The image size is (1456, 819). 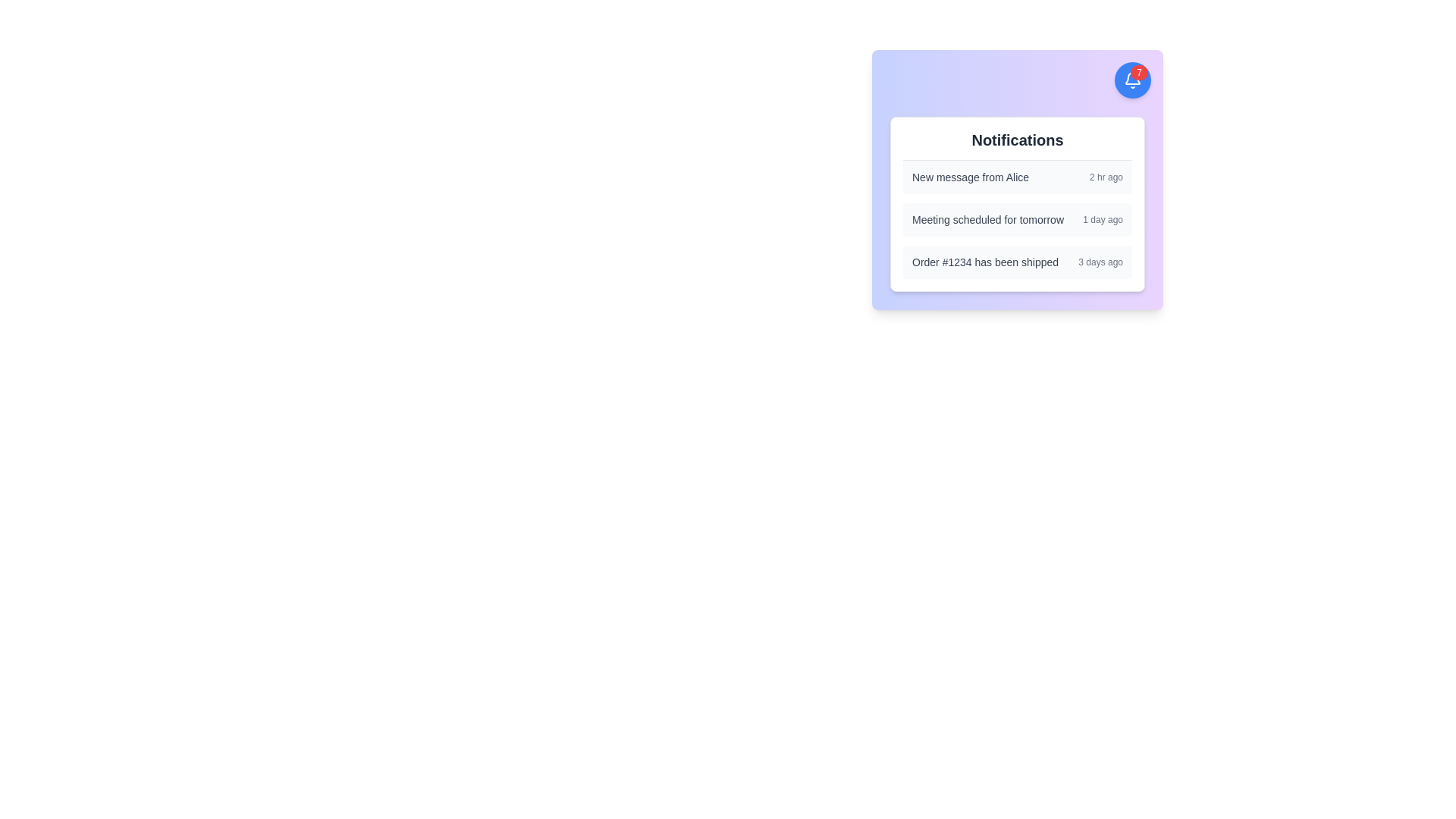 What do you see at coordinates (1139, 73) in the screenshot?
I see `the notification count displayed on the badge located at the top-right corner of the blue circular button with a white bell icon` at bounding box center [1139, 73].